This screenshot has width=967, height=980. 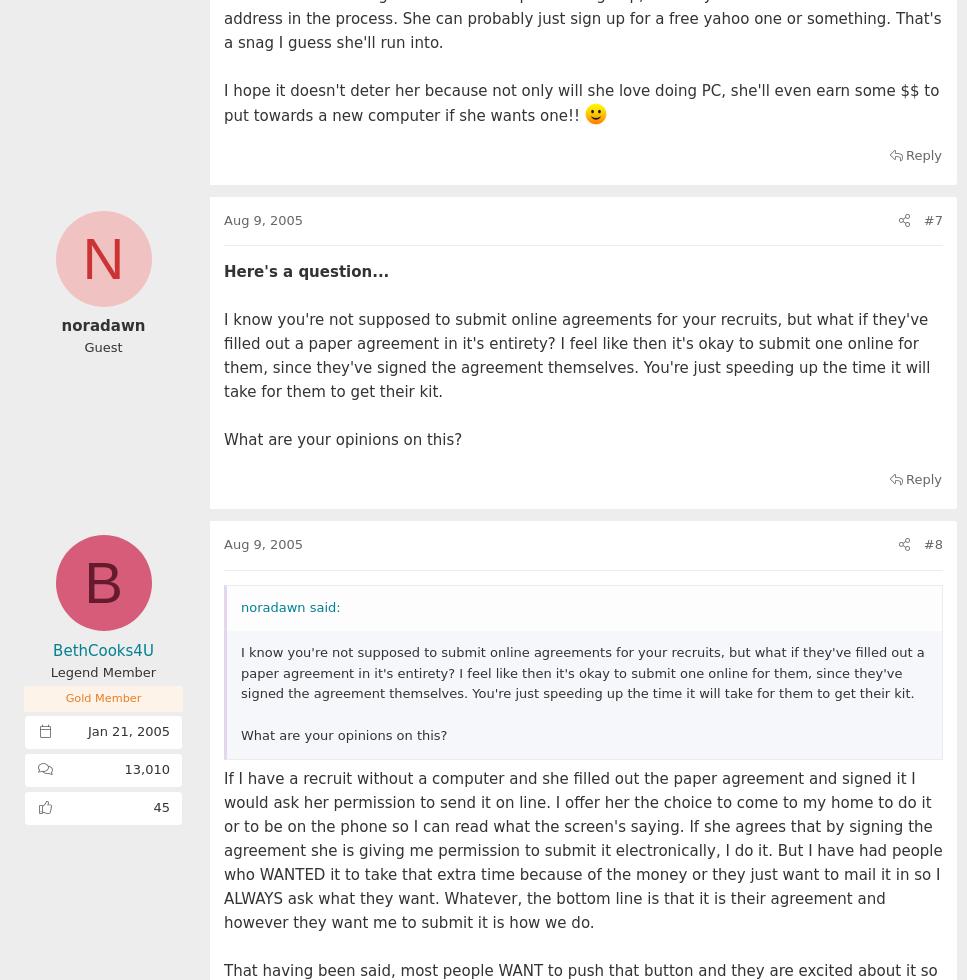 What do you see at coordinates (152, 807) in the screenshot?
I see `'45'` at bounding box center [152, 807].